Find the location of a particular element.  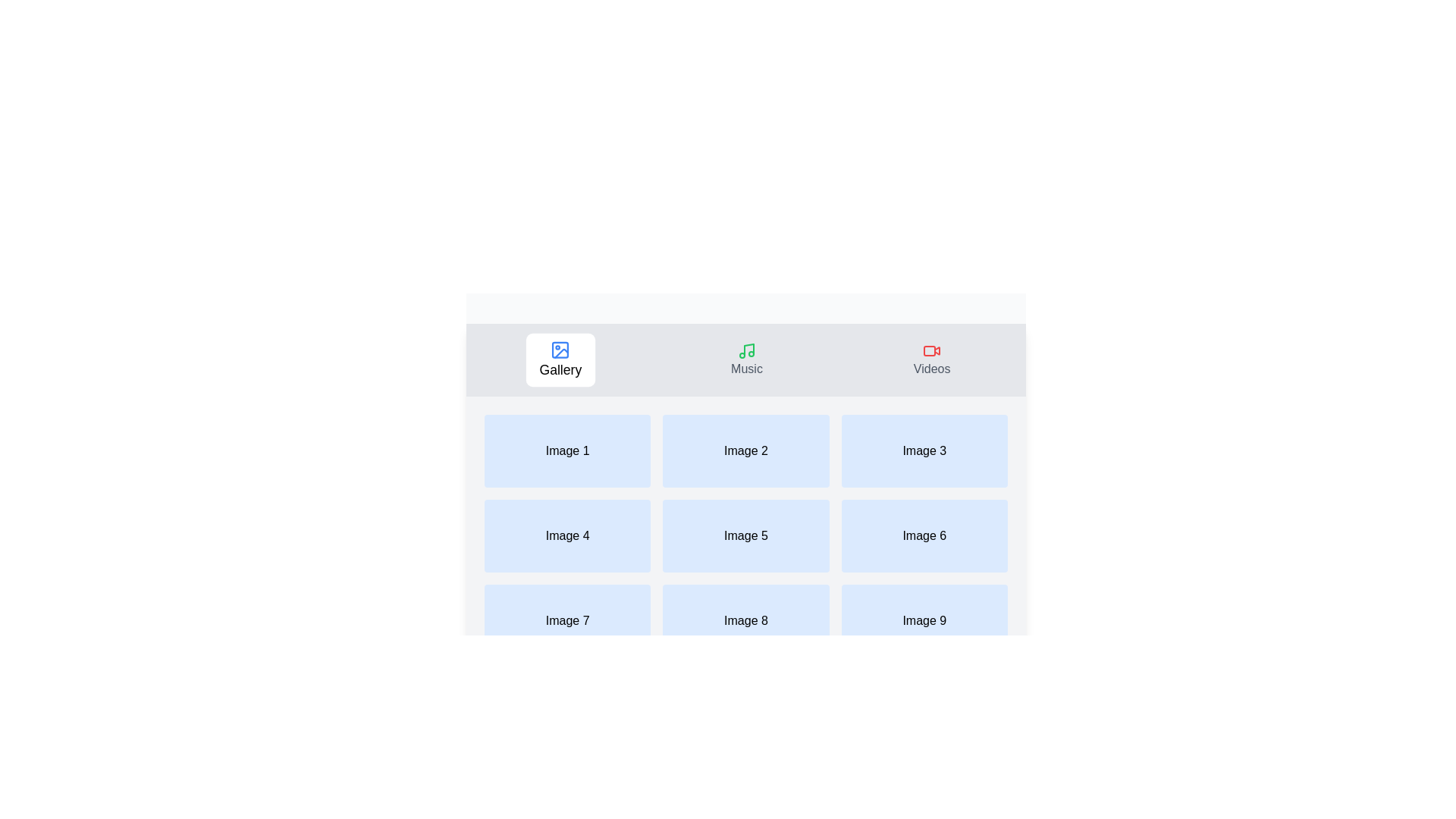

the tab labeled Videos to select it is located at coordinates (931, 359).